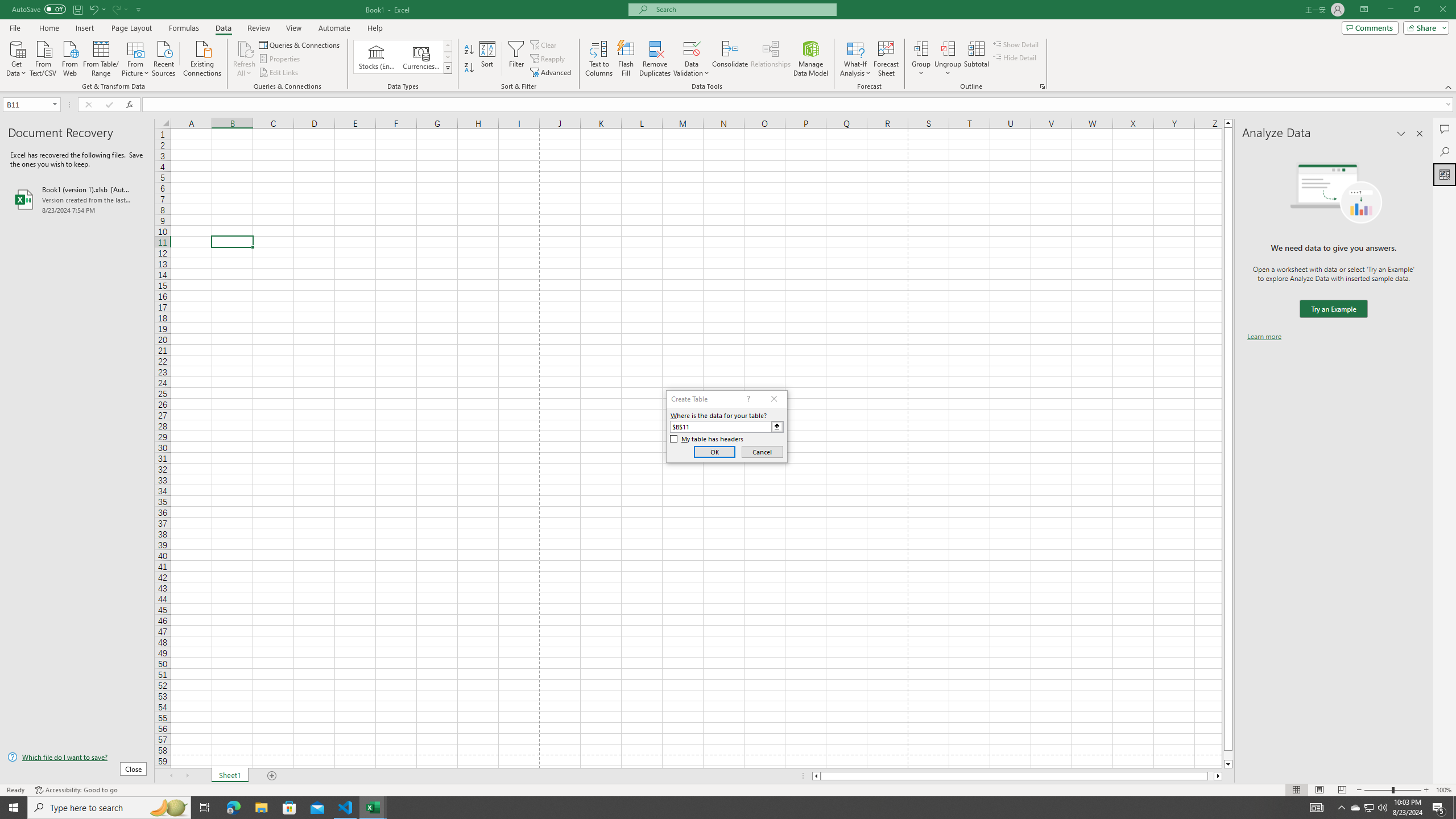  Describe the element at coordinates (1210, 775) in the screenshot. I see `'Page right'` at that location.